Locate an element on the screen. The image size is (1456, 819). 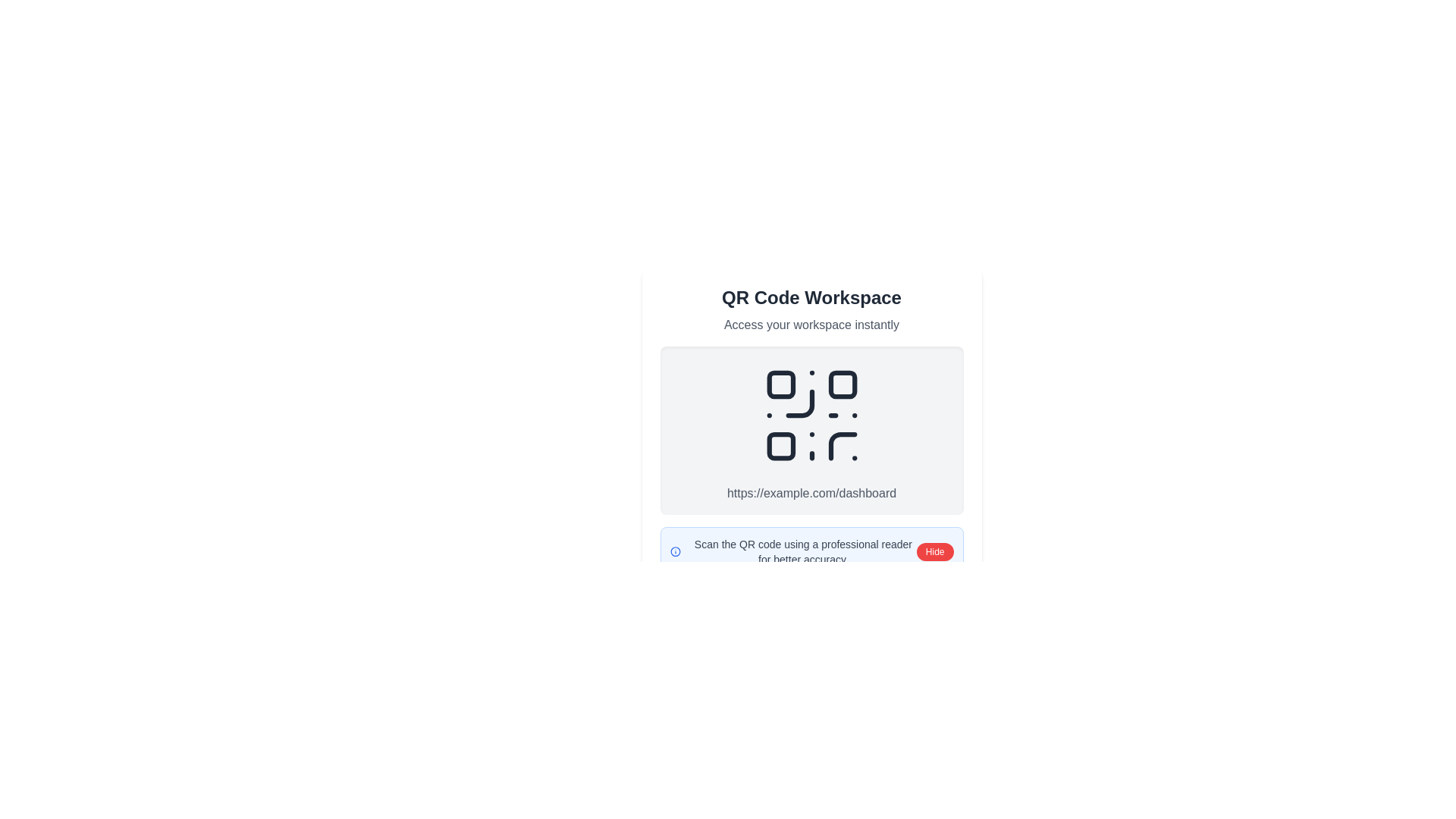
the small square decorative component located in the bottom-left corner of the QR code, which is filled with a contrasting color against its background is located at coordinates (780, 445).